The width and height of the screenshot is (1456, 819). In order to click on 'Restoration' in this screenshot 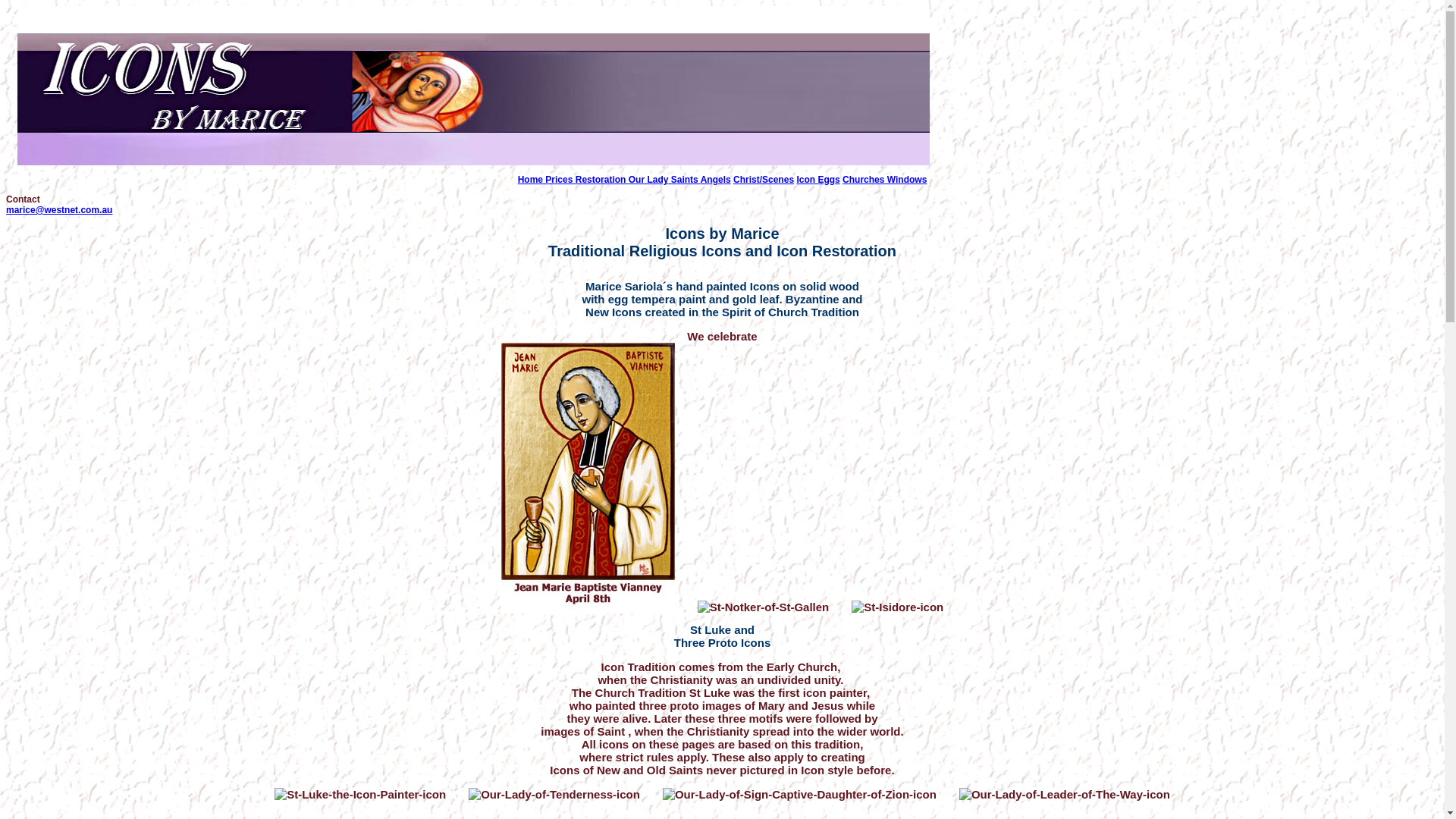, I will do `click(601, 178)`.